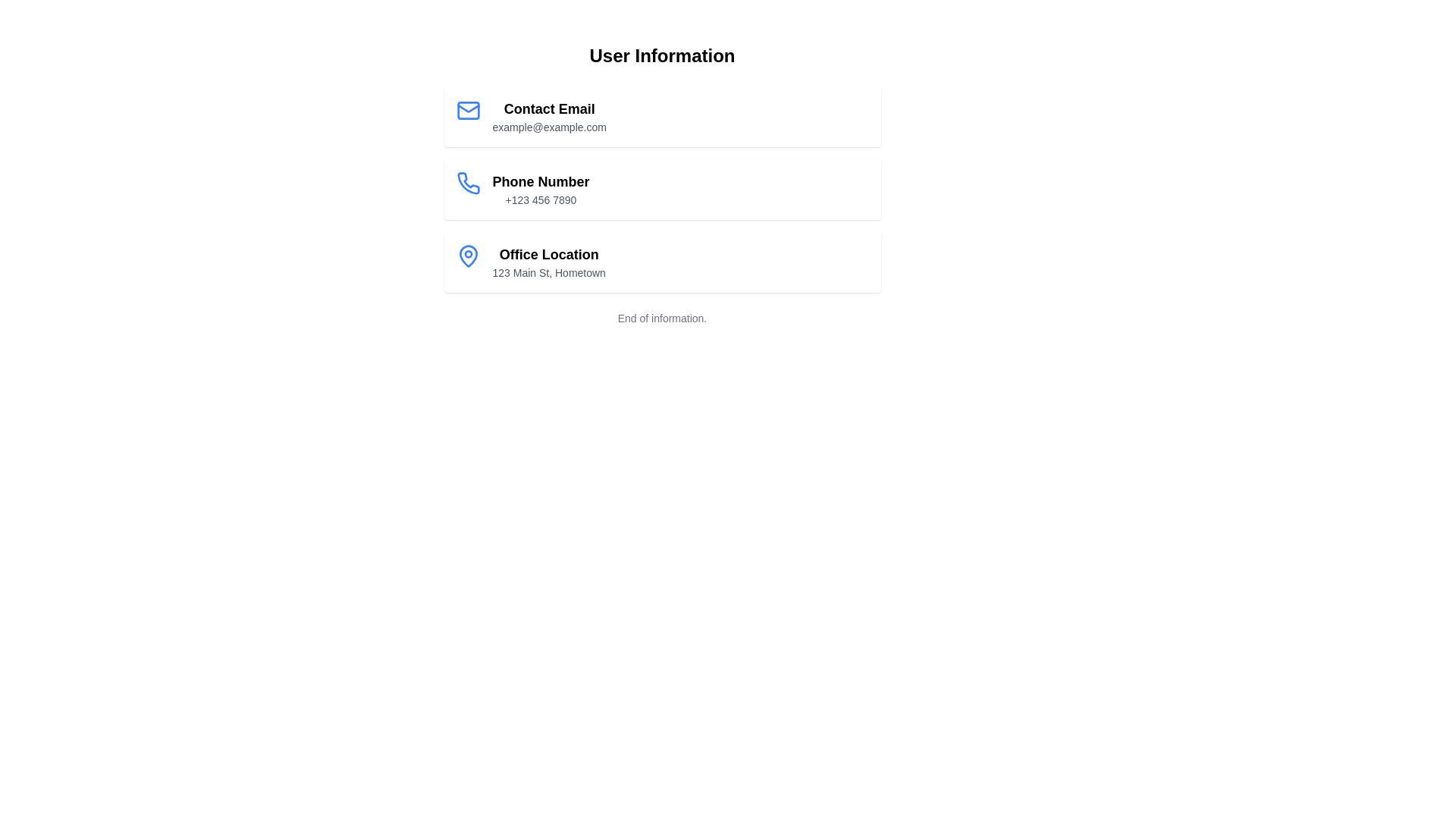 This screenshot has width=1456, height=819. What do you see at coordinates (662, 318) in the screenshot?
I see `static text element located at the bottom of the user information cards, serving as a footer-like message indicating the conclusion of the information presented` at bounding box center [662, 318].